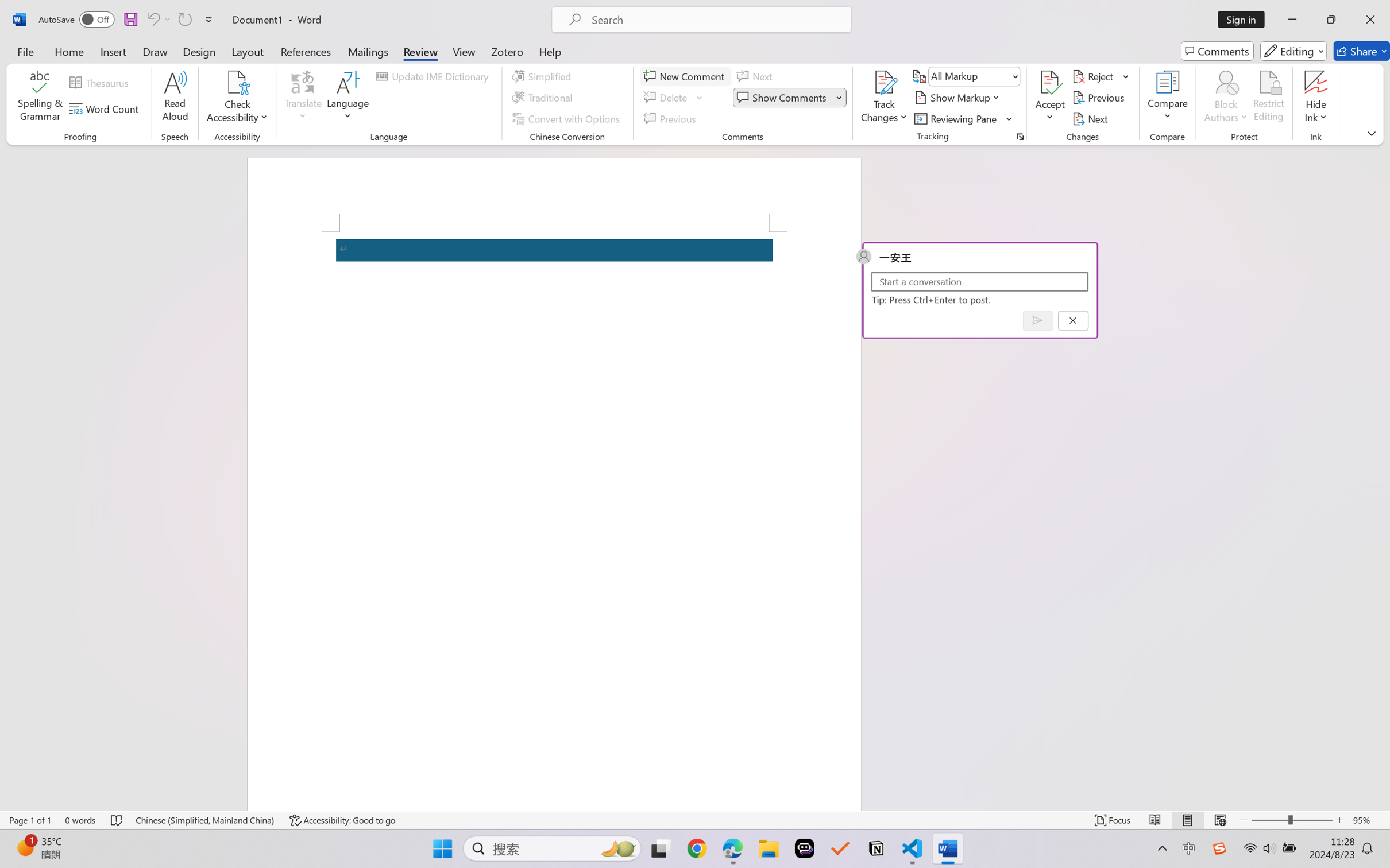  I want to click on 'Show Comments', so click(783, 98).